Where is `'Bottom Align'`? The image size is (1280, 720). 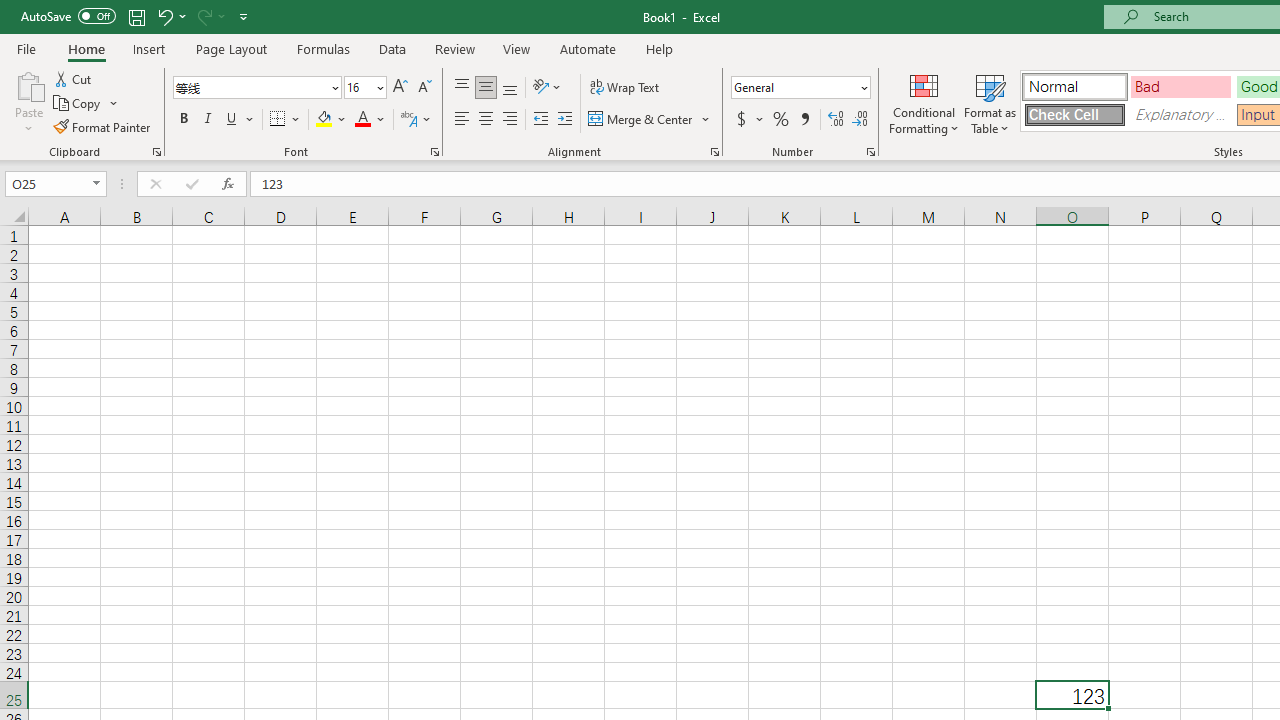 'Bottom Align' is located at coordinates (510, 86).